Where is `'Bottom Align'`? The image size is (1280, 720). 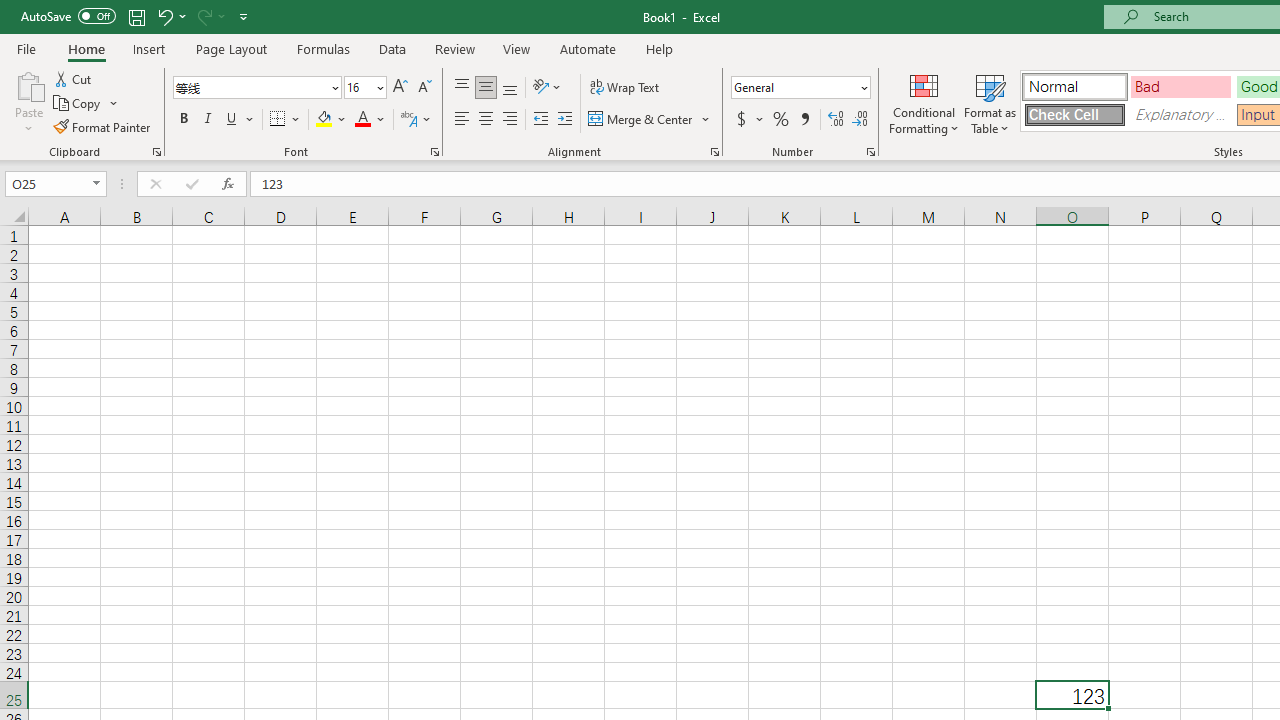 'Bottom Align' is located at coordinates (510, 86).